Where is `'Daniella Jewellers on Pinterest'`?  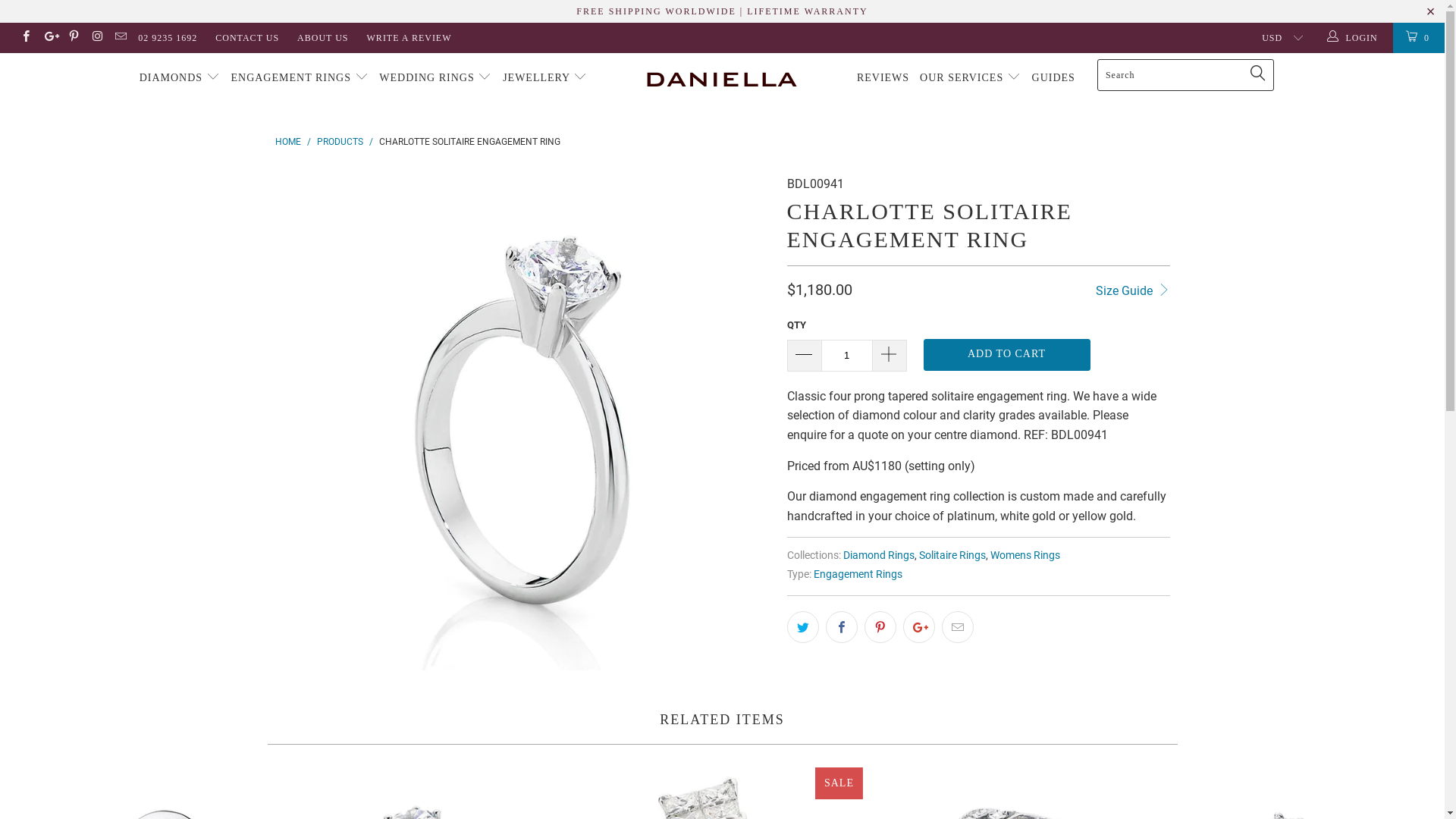
'Daniella Jewellers on Pinterest' is located at coordinates (72, 37).